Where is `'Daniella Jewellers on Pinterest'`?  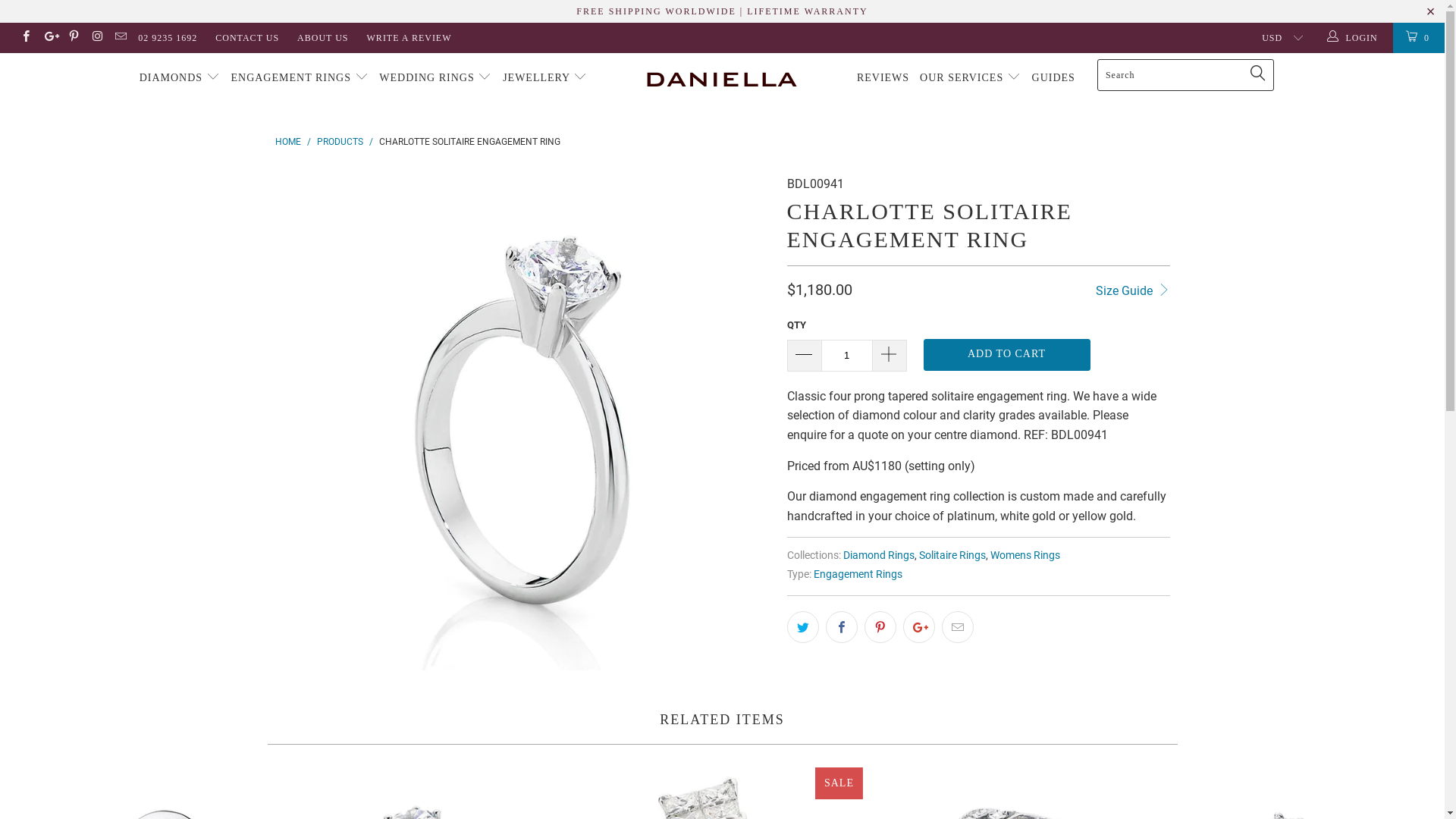
'Daniella Jewellers on Pinterest' is located at coordinates (72, 37).